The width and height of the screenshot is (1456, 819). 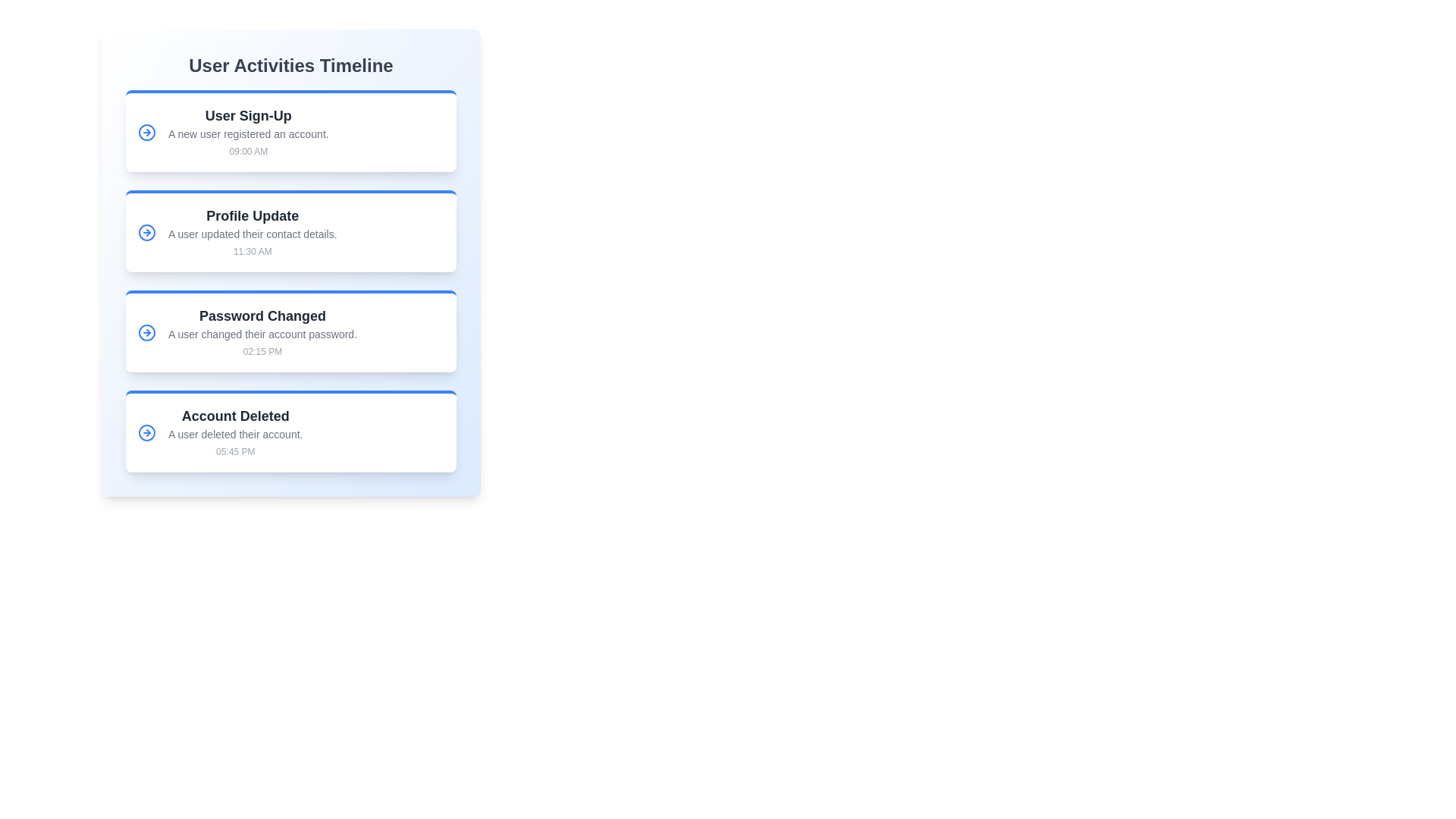 I want to click on the informative card element titled 'User Sign-Up' which contains a description of a new user registration and a timestamp, located at the top of the 'User Activities Timeline', so click(x=291, y=130).